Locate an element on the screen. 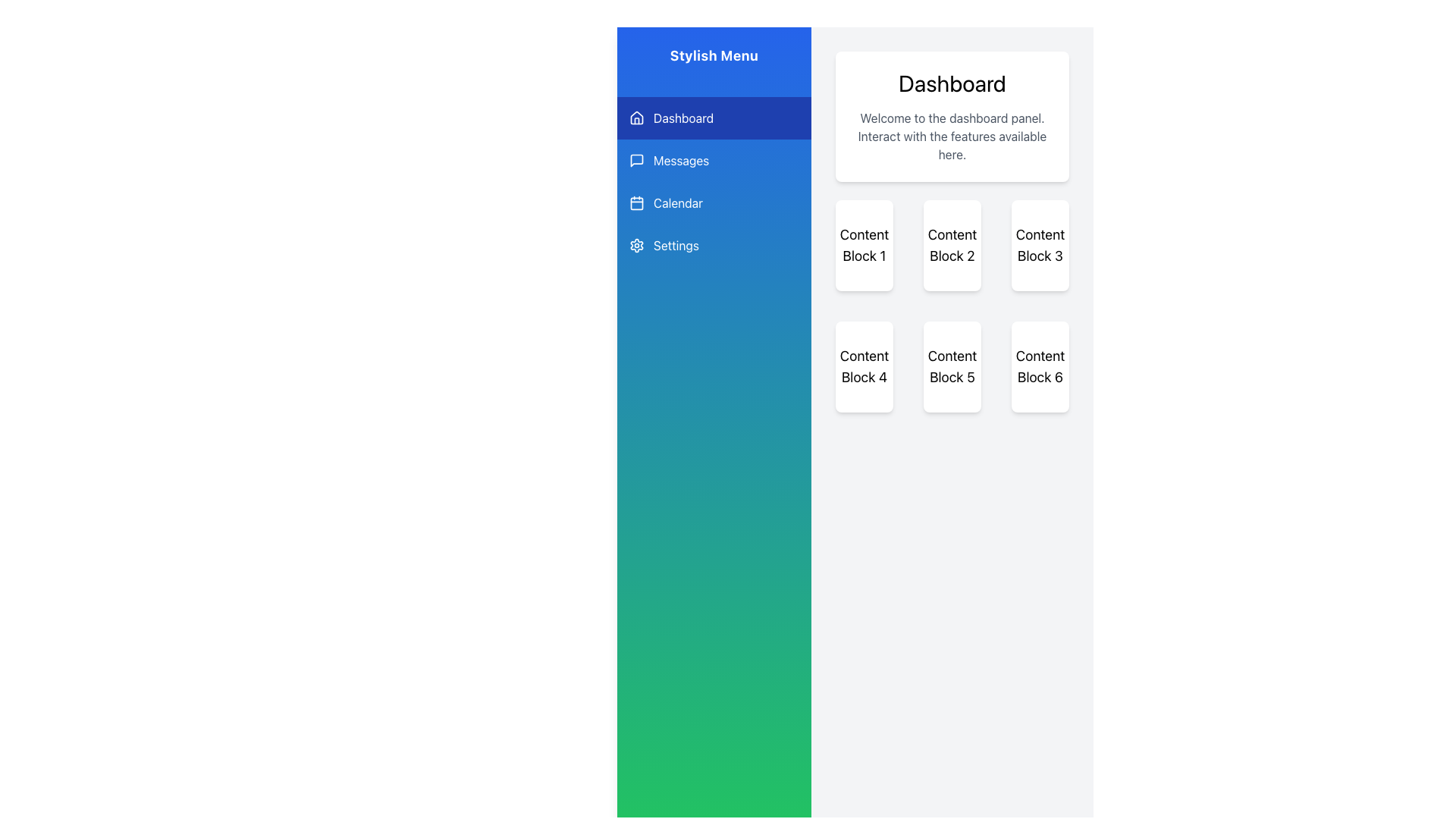 The width and height of the screenshot is (1456, 819). the 'Messages' menu item icon, which is a small speech bubble shape located to the left of the 'Messages' text label is located at coordinates (637, 161).